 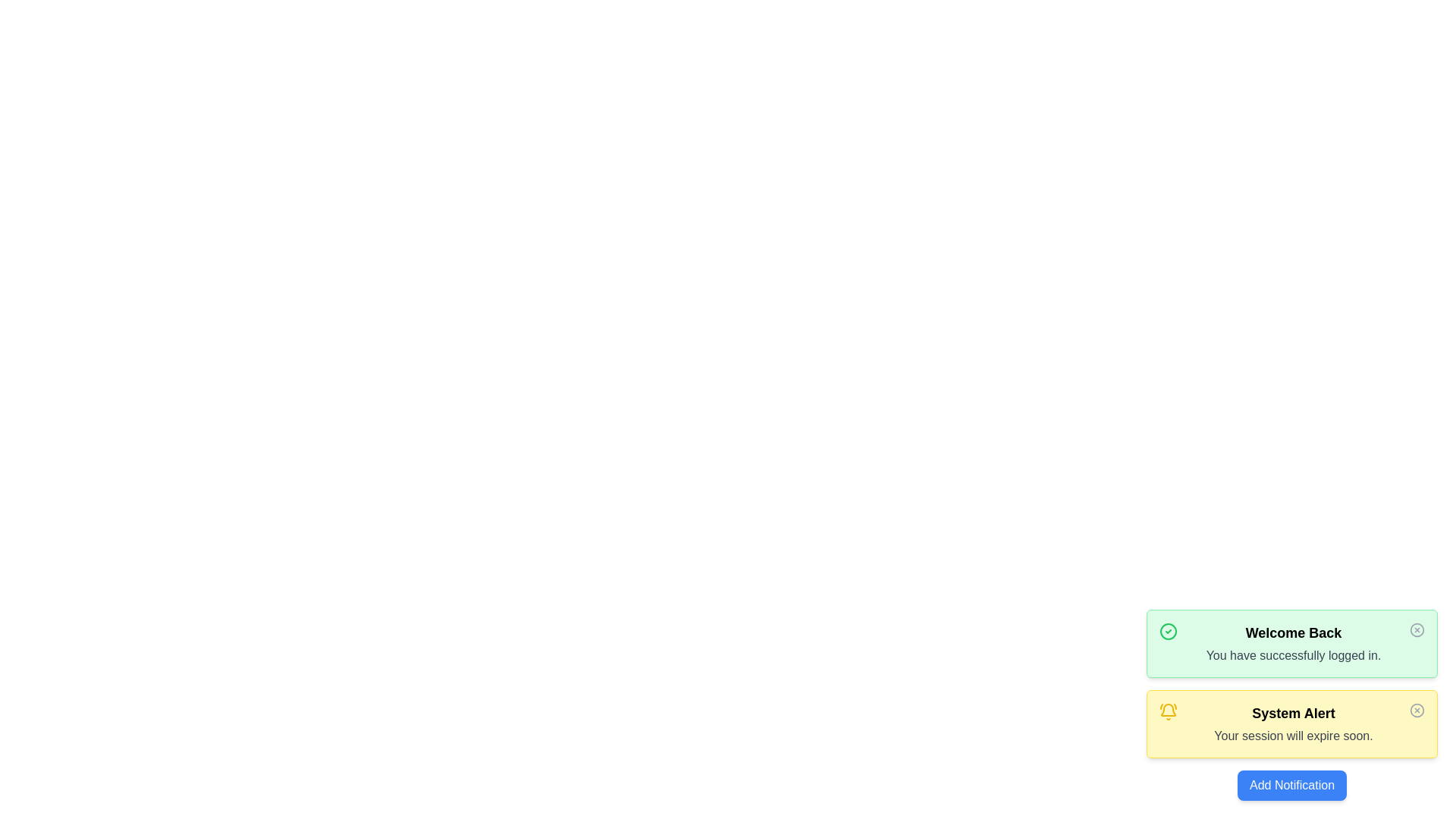 What do you see at coordinates (1292, 736) in the screenshot?
I see `static text label within the yellow 'System Alert' notification box that states 'Your session will expire soon.'` at bounding box center [1292, 736].